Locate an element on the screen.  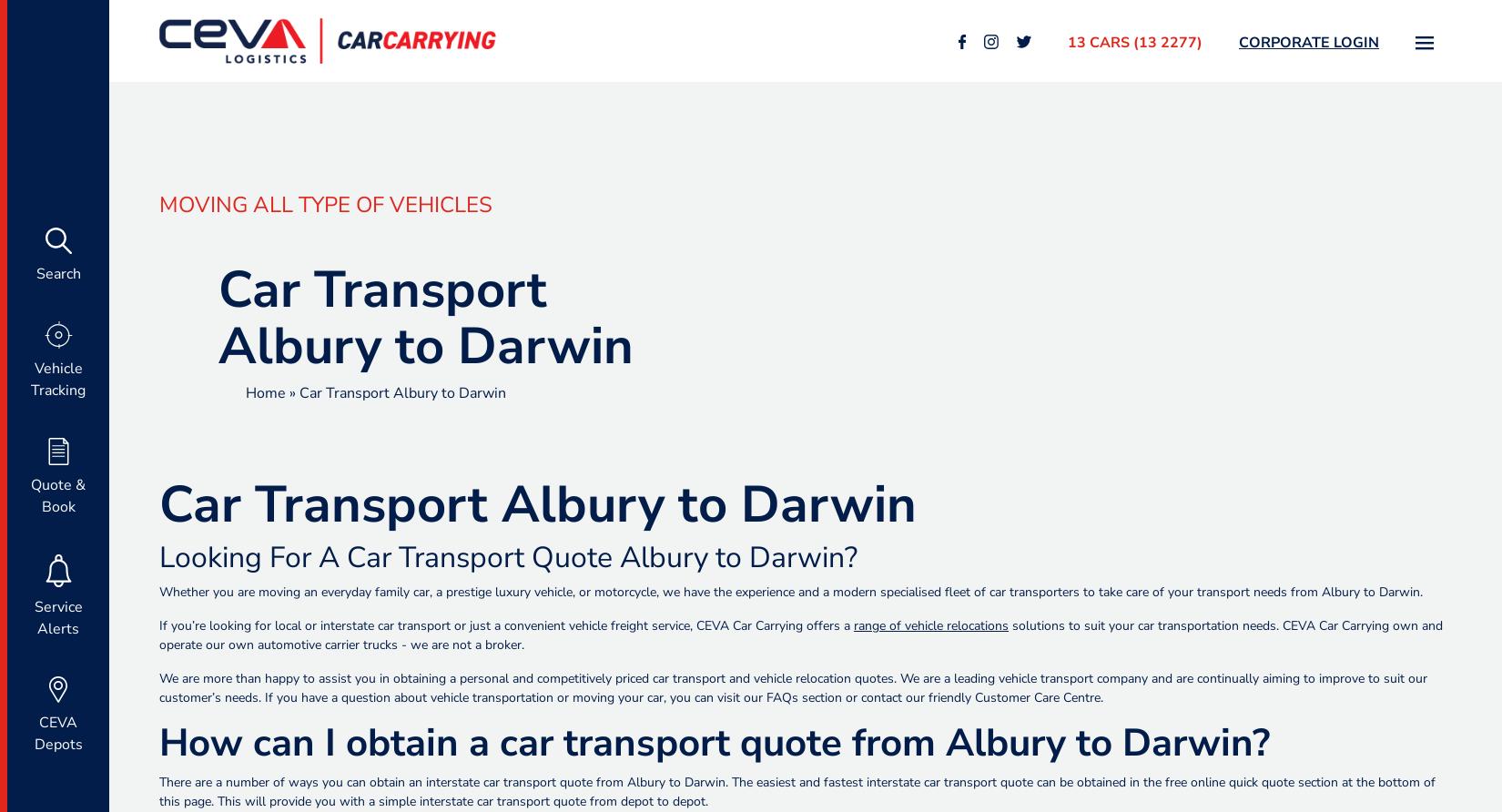
'section or contact our friendly' is located at coordinates (886, 697).